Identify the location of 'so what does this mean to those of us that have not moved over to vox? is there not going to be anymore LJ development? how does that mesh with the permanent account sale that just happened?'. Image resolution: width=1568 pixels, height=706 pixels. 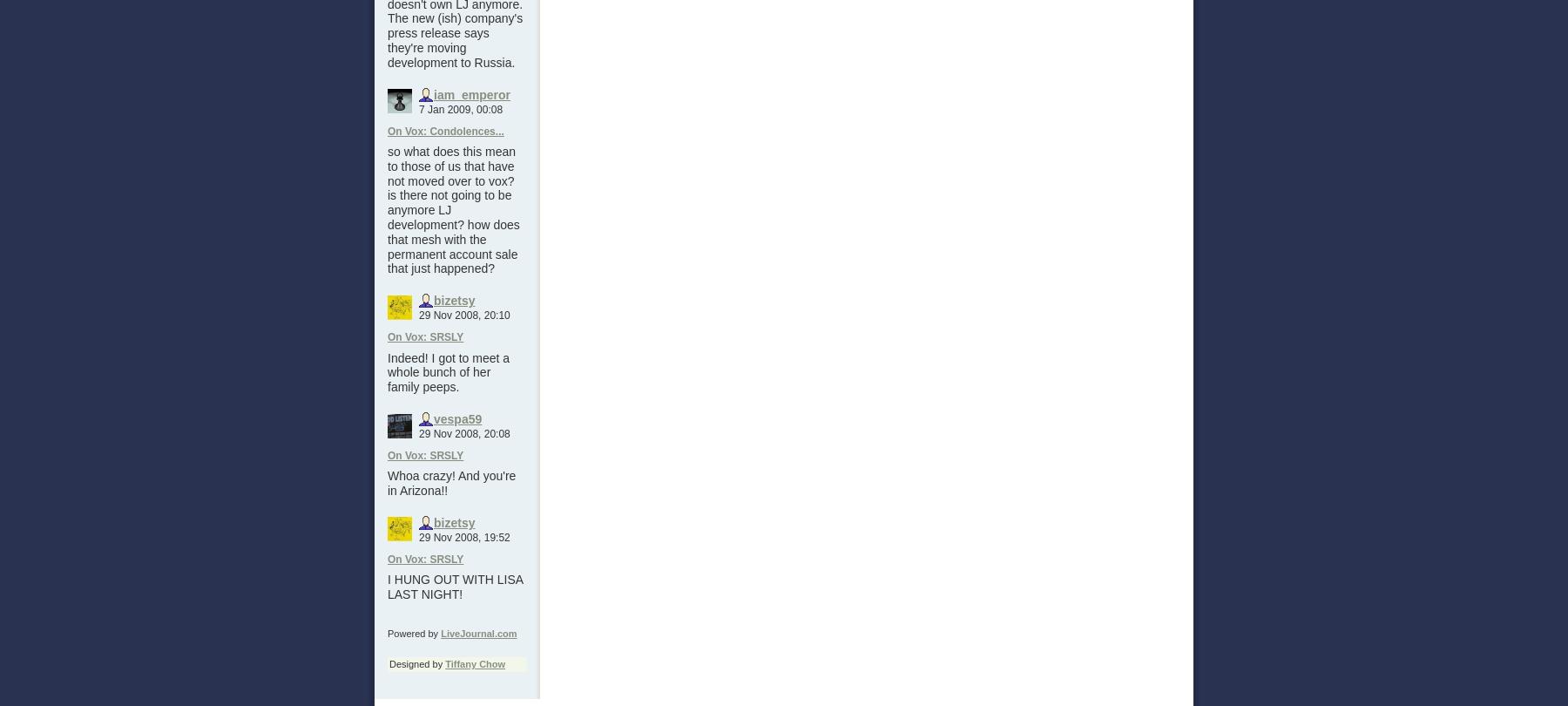
(452, 208).